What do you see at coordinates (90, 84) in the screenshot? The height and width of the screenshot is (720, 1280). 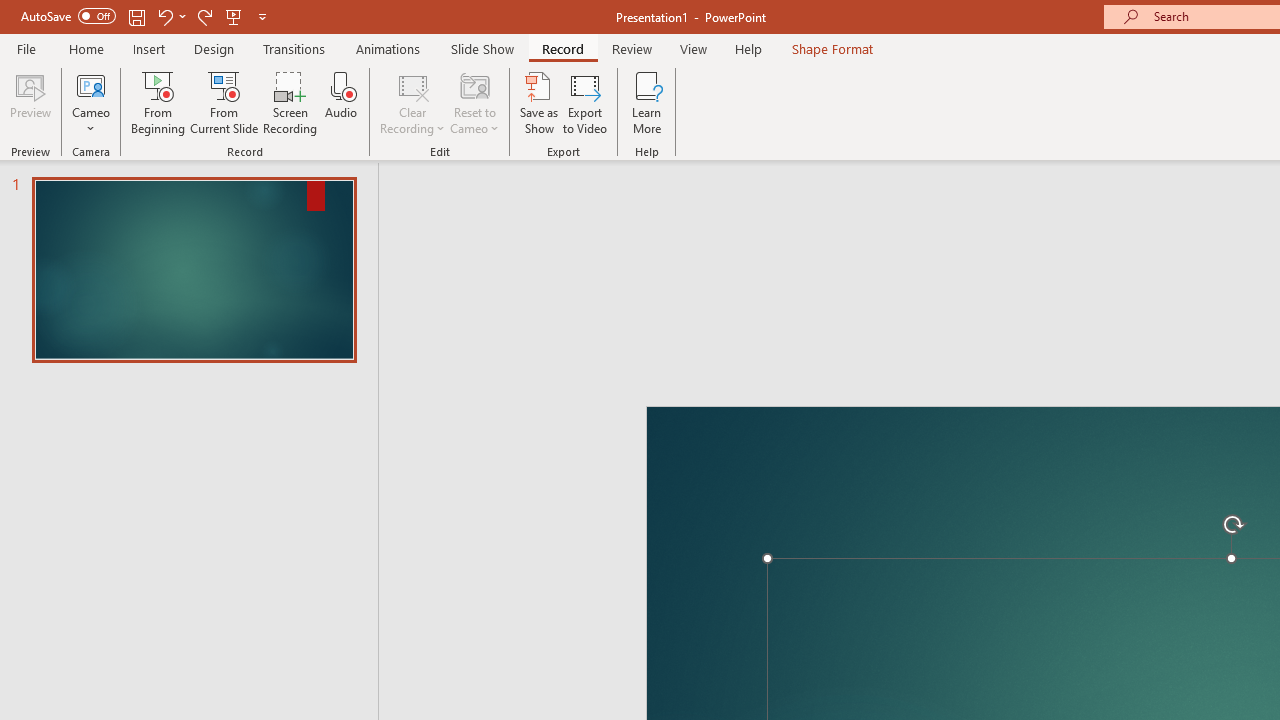 I see `'Cameo'` at bounding box center [90, 84].